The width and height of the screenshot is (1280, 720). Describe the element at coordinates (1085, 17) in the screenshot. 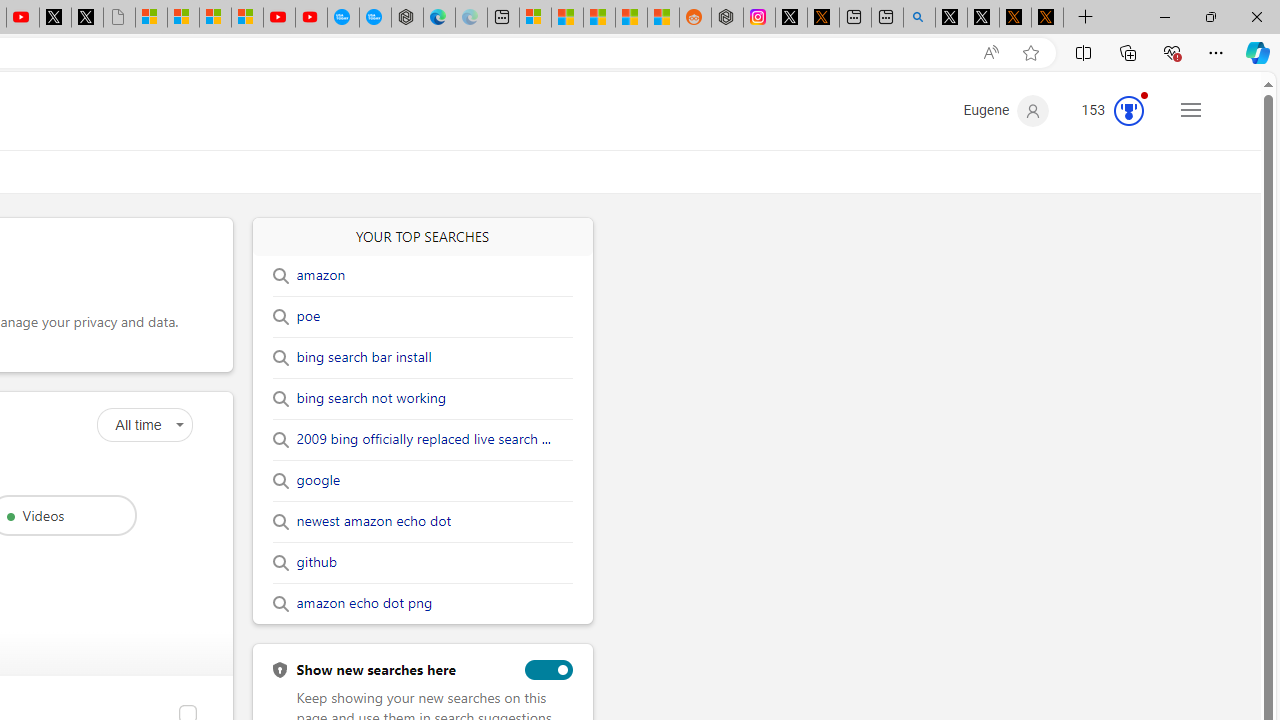

I see `'New Tab'` at that location.